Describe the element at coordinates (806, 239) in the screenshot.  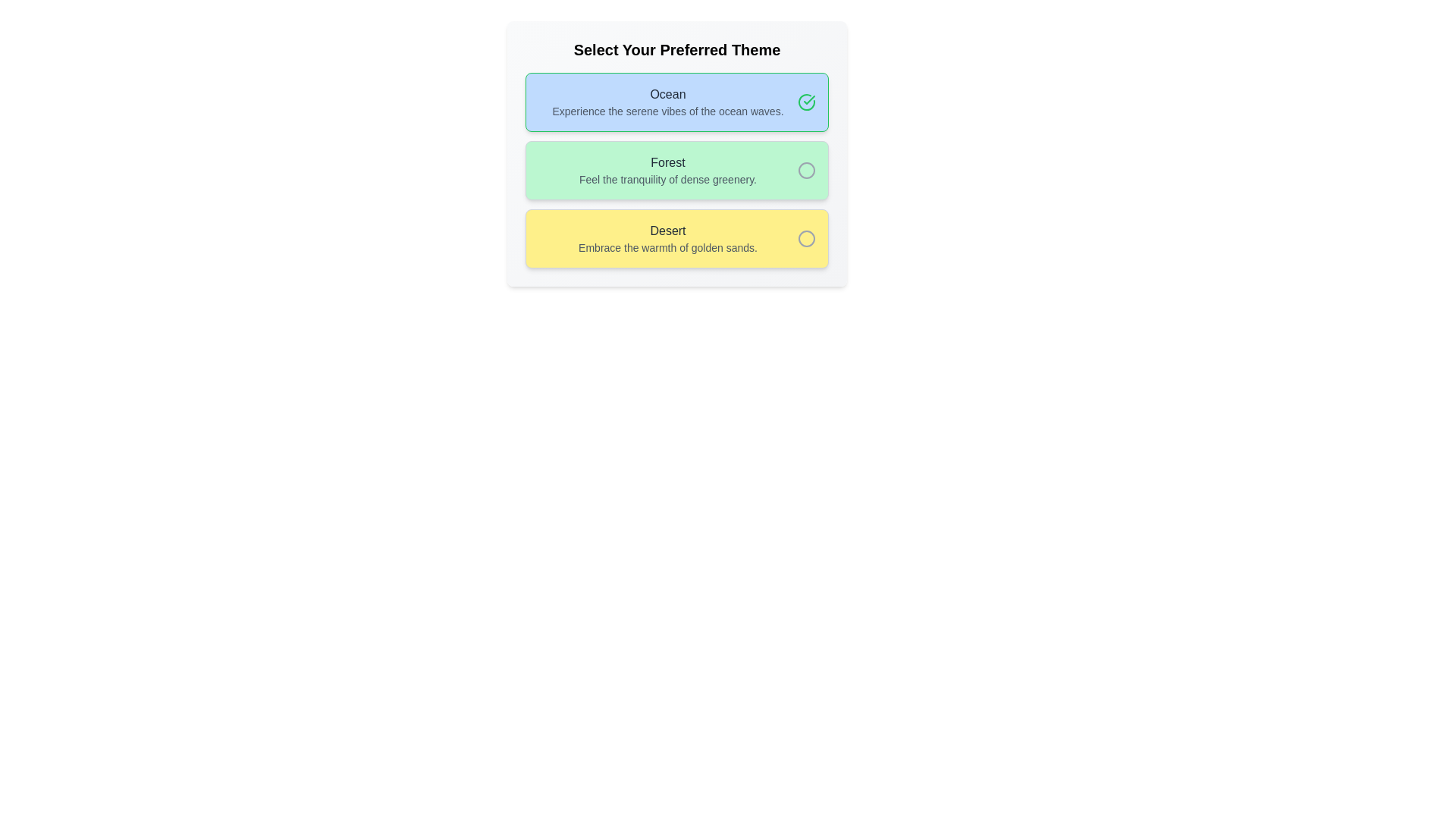
I see `the circular gray Selectable icon located to the right of the 'Desert' option to trigger the tooltip or additional effects` at that location.